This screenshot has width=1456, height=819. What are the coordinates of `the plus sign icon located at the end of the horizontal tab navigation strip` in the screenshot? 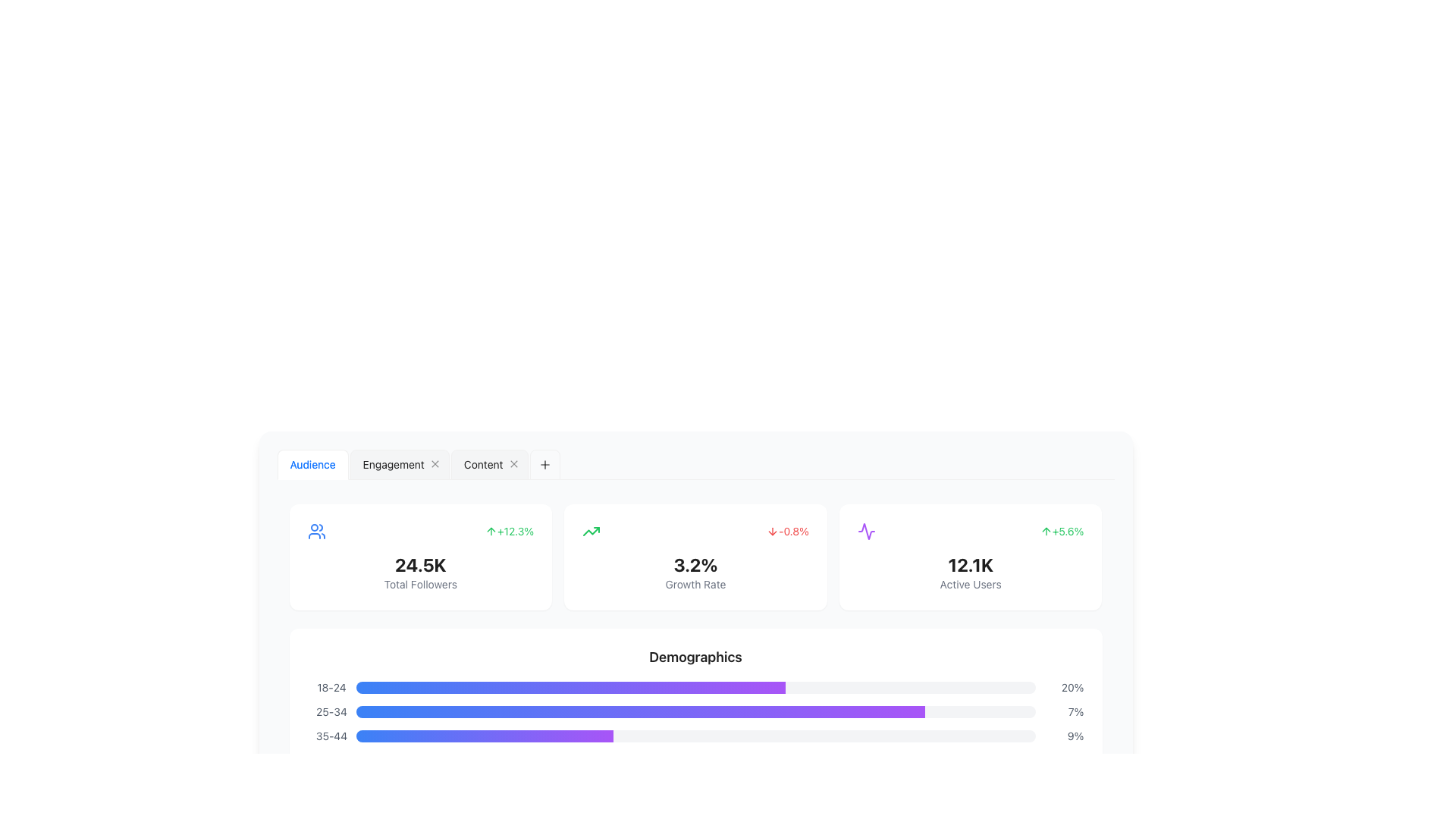 It's located at (544, 463).